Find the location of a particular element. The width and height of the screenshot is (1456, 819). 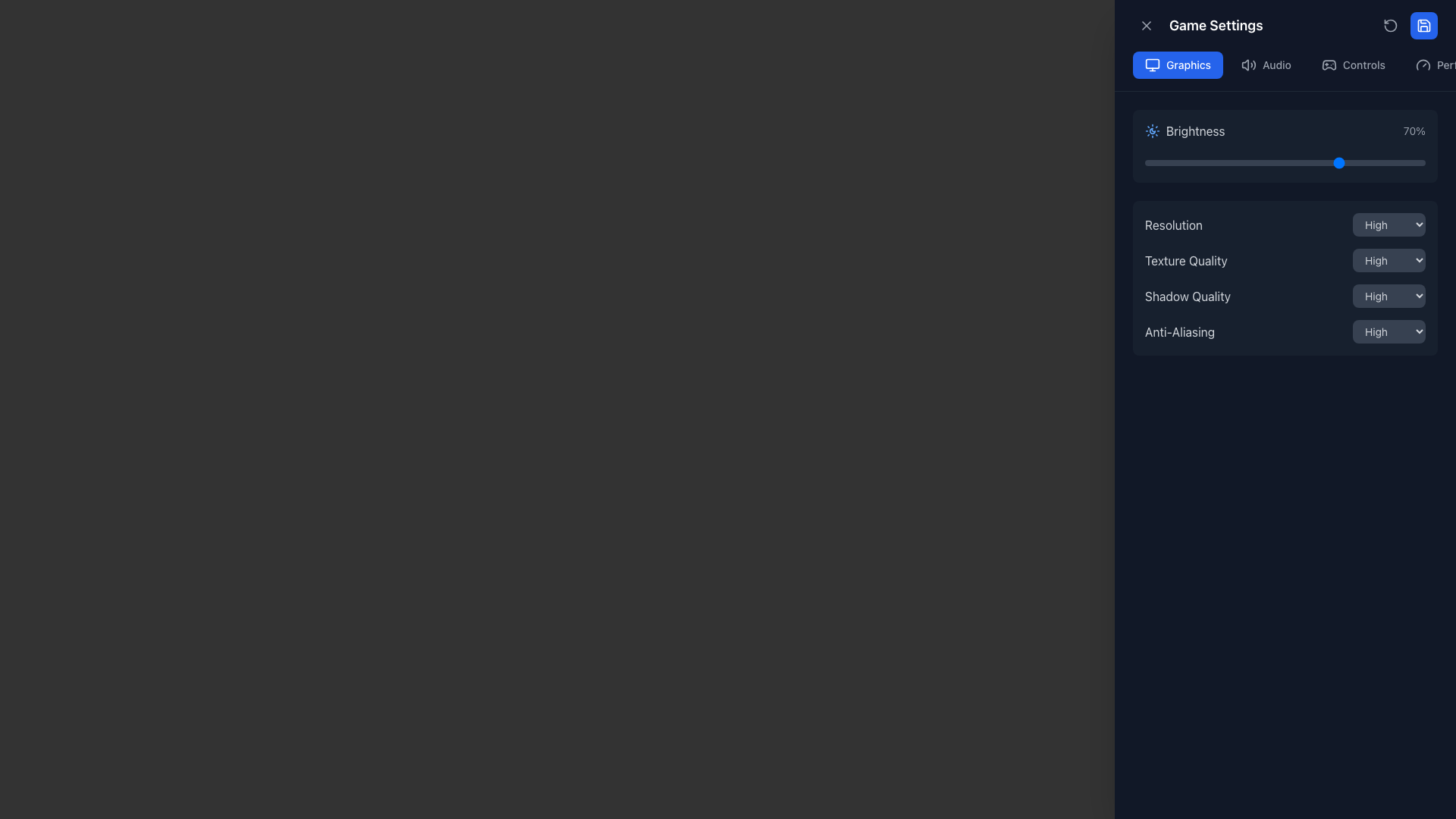

the brightness level is located at coordinates (1350, 163).